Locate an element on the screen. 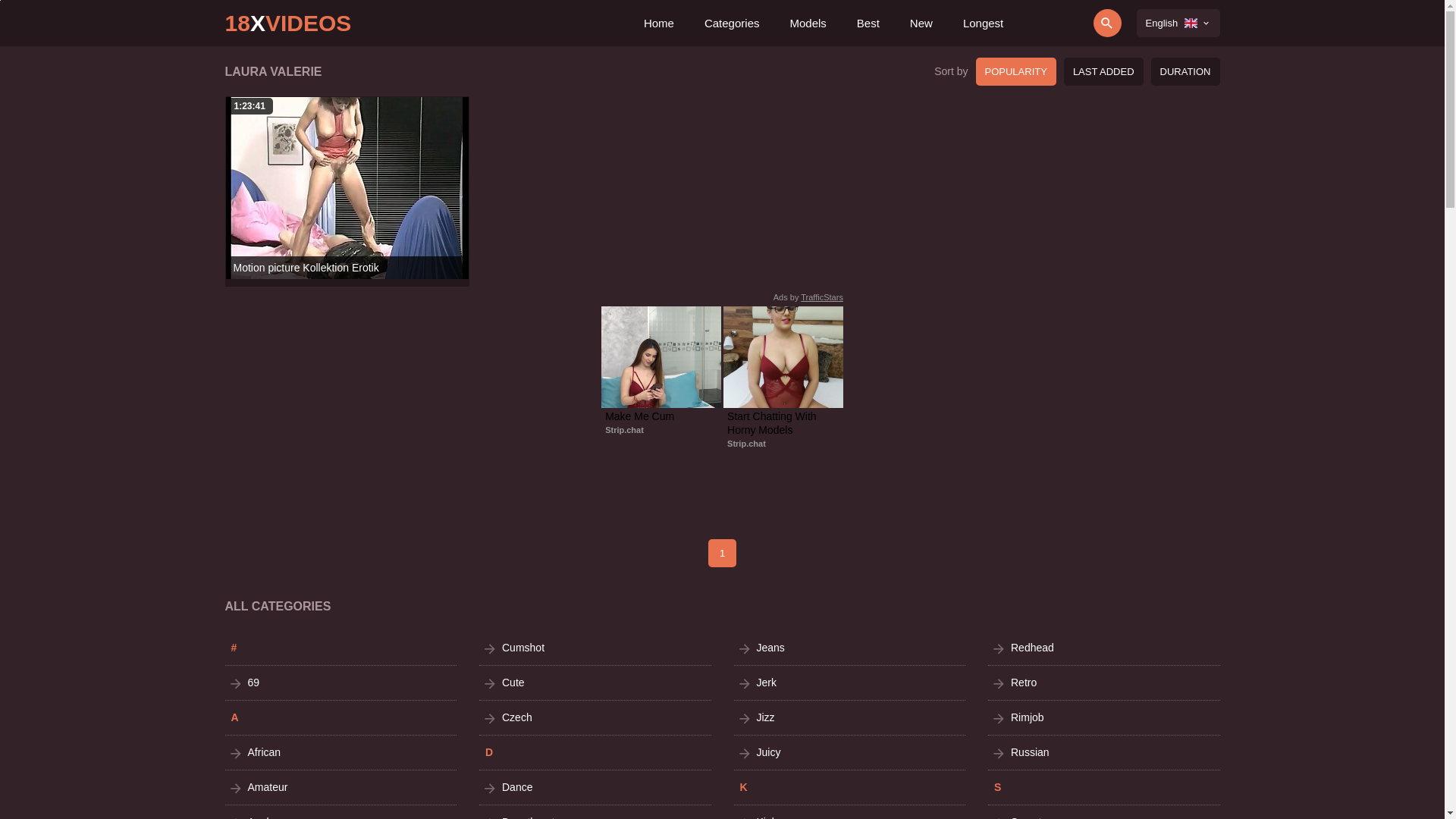 This screenshot has height=819, width=1456. '1:23:41 is located at coordinates (346, 187).